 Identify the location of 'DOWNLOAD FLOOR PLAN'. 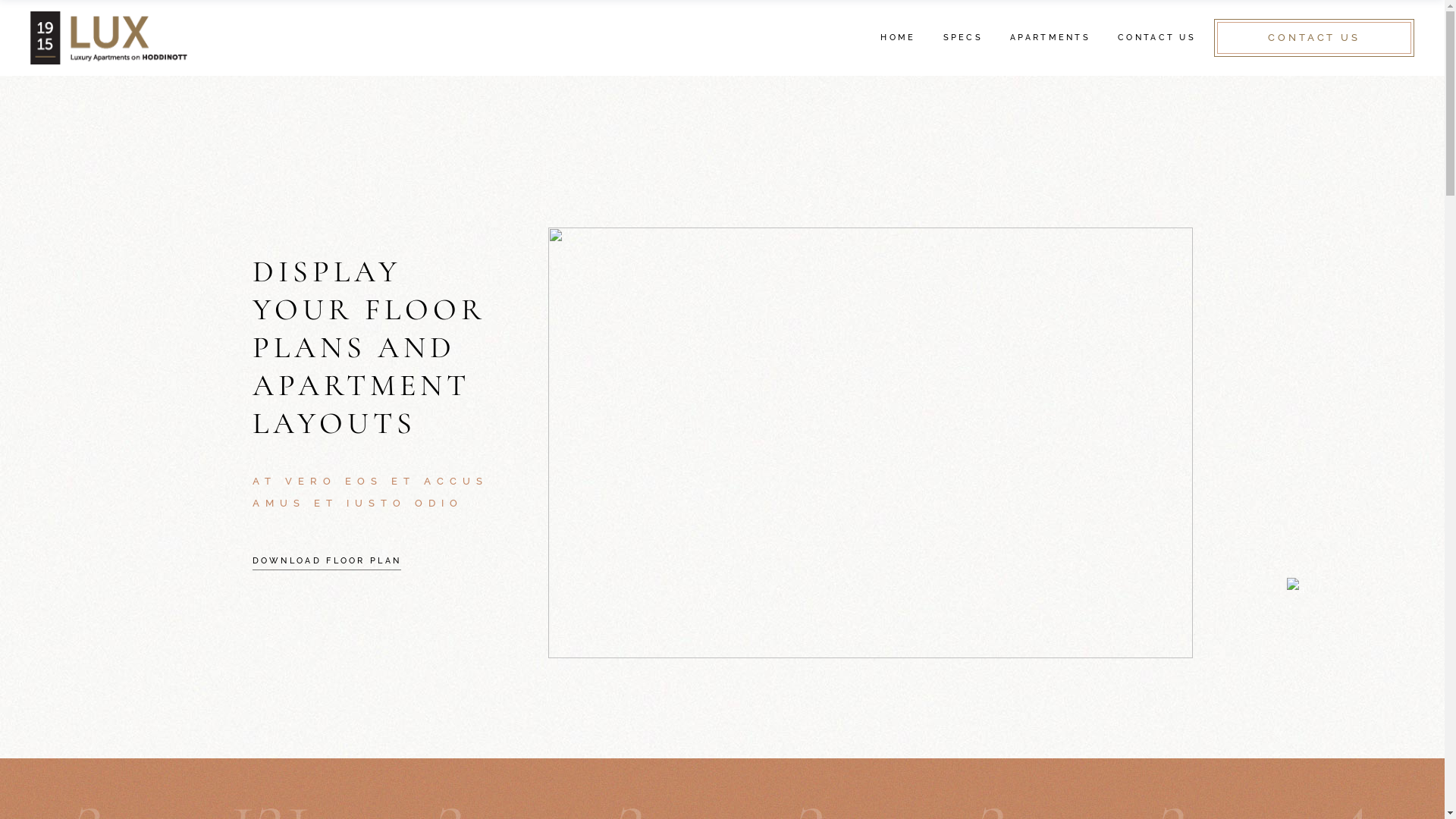
(325, 561).